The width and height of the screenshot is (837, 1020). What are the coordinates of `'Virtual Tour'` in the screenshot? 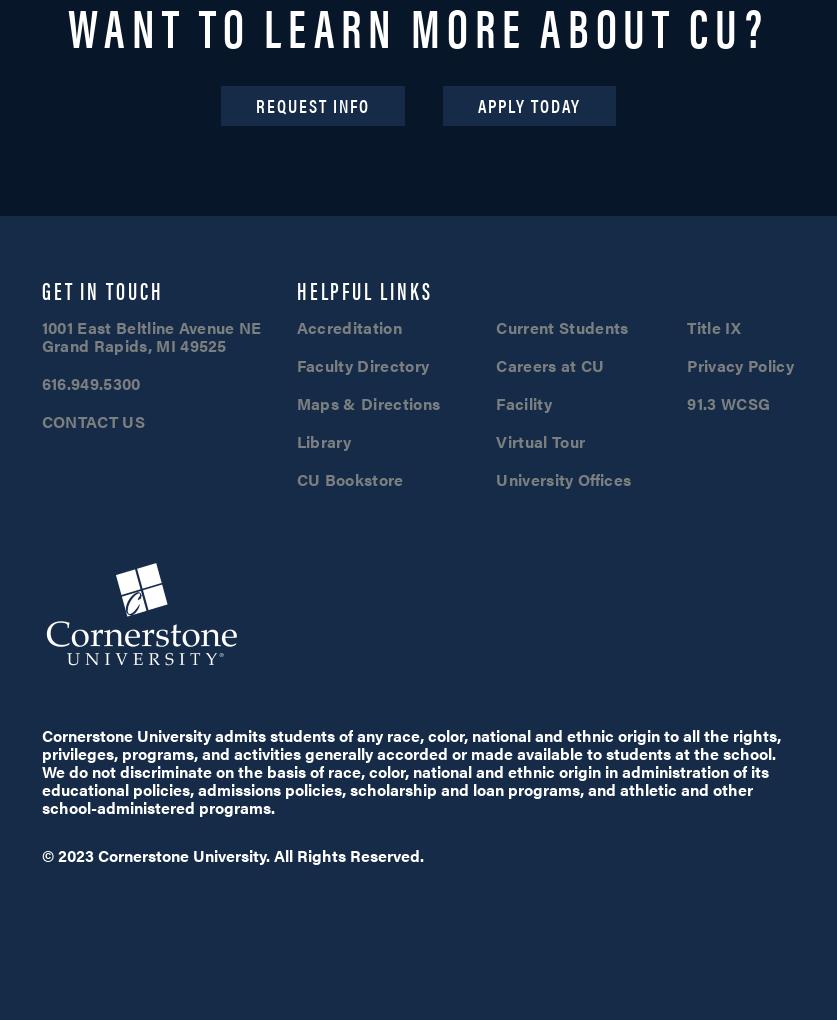 It's located at (539, 439).